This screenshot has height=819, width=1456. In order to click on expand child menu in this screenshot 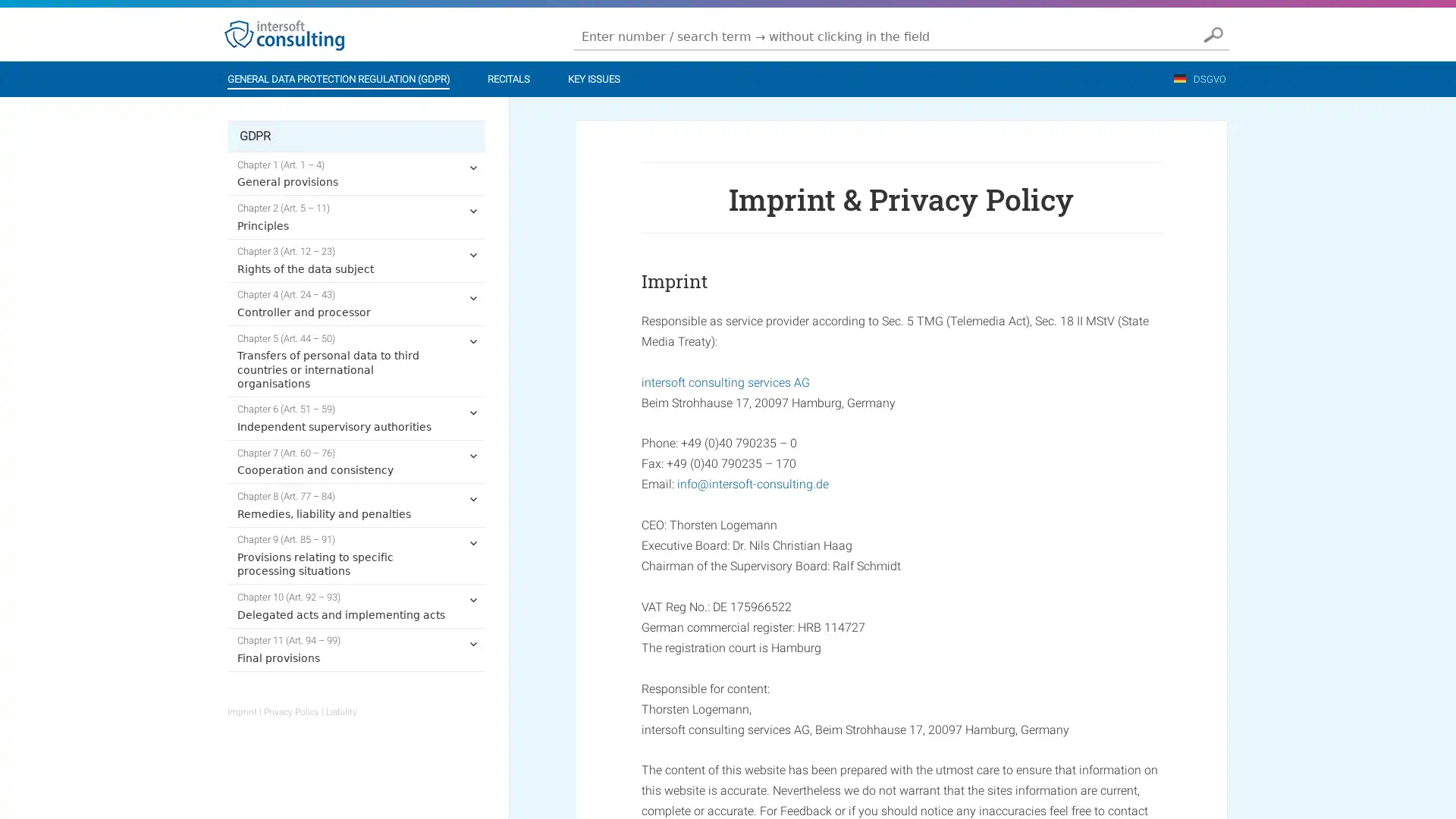, I will do `click(472, 253)`.